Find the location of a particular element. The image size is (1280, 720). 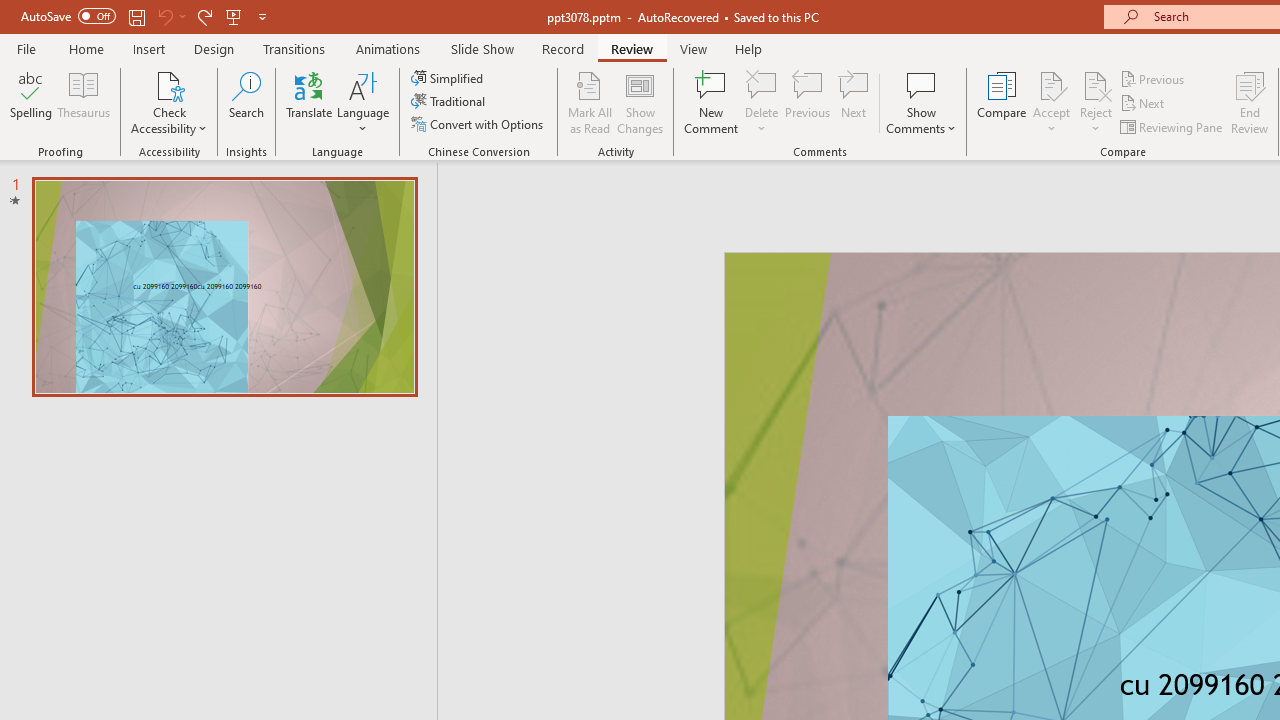

'Mark All as Read' is located at coordinates (589, 103).